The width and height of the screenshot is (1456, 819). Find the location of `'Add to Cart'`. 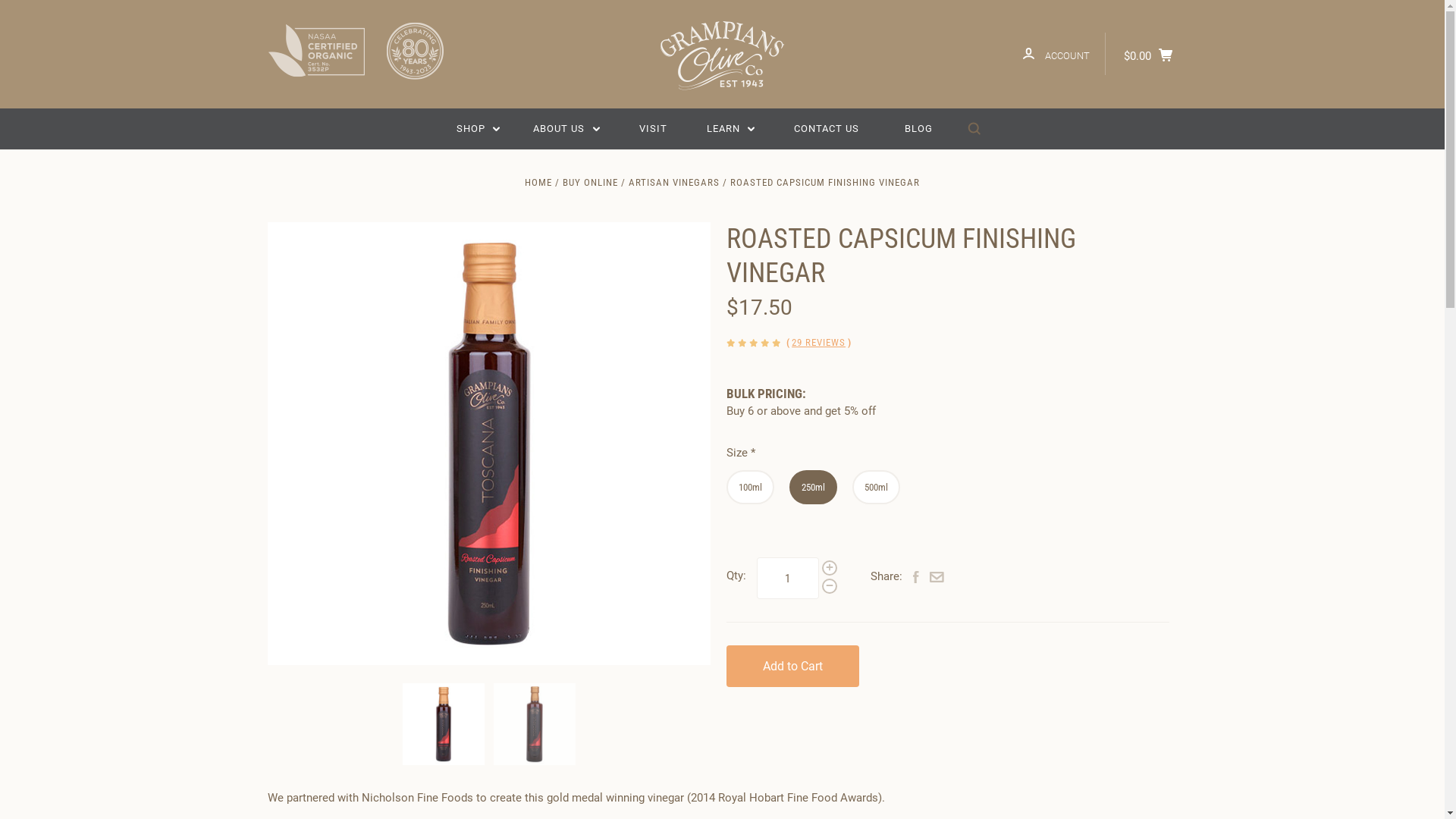

'Add to Cart' is located at coordinates (792, 665).